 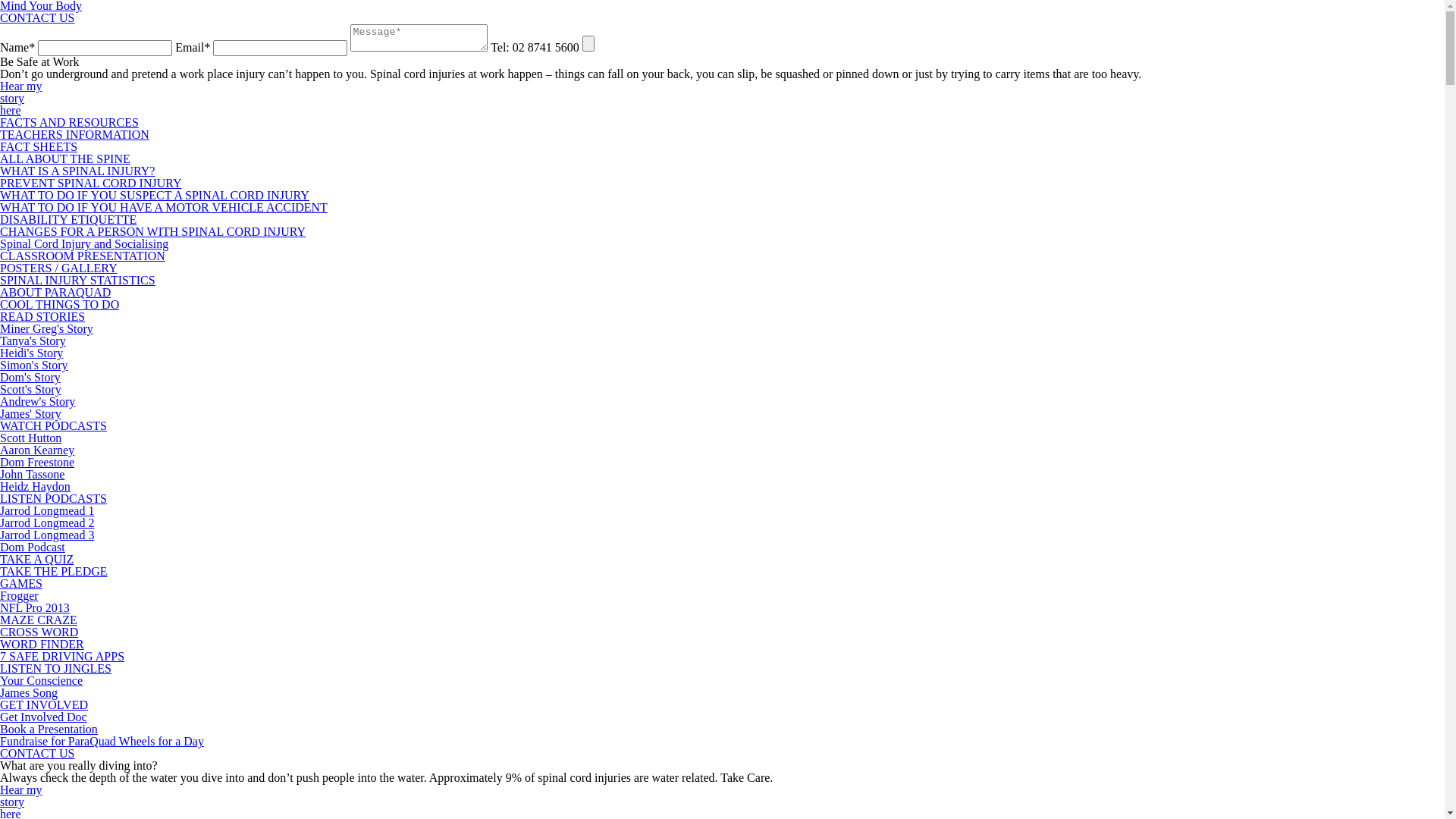 What do you see at coordinates (53, 425) in the screenshot?
I see `'WATCH PODCASTS'` at bounding box center [53, 425].